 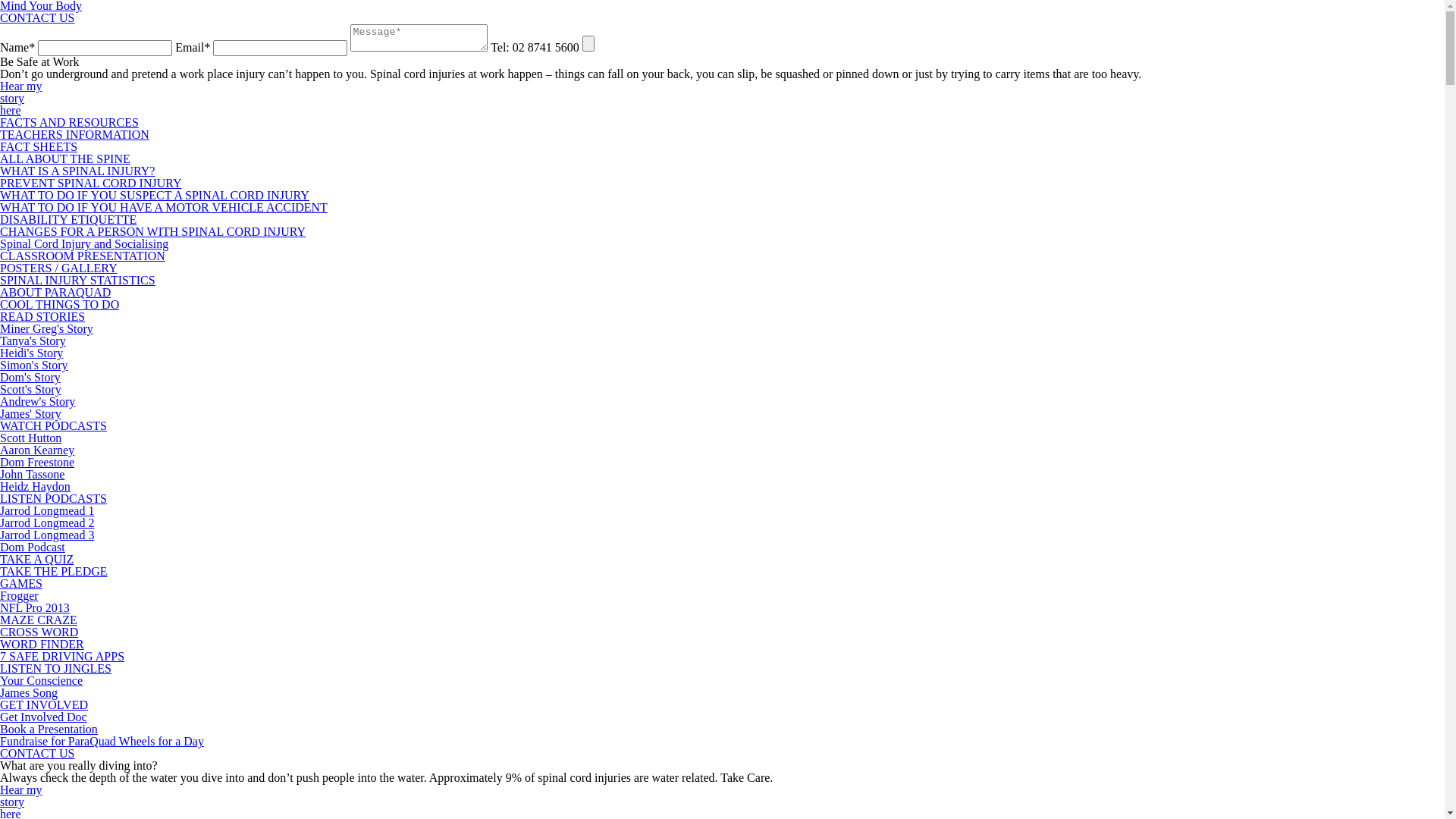 What do you see at coordinates (53, 425) in the screenshot?
I see `'WATCH PODCASTS'` at bounding box center [53, 425].